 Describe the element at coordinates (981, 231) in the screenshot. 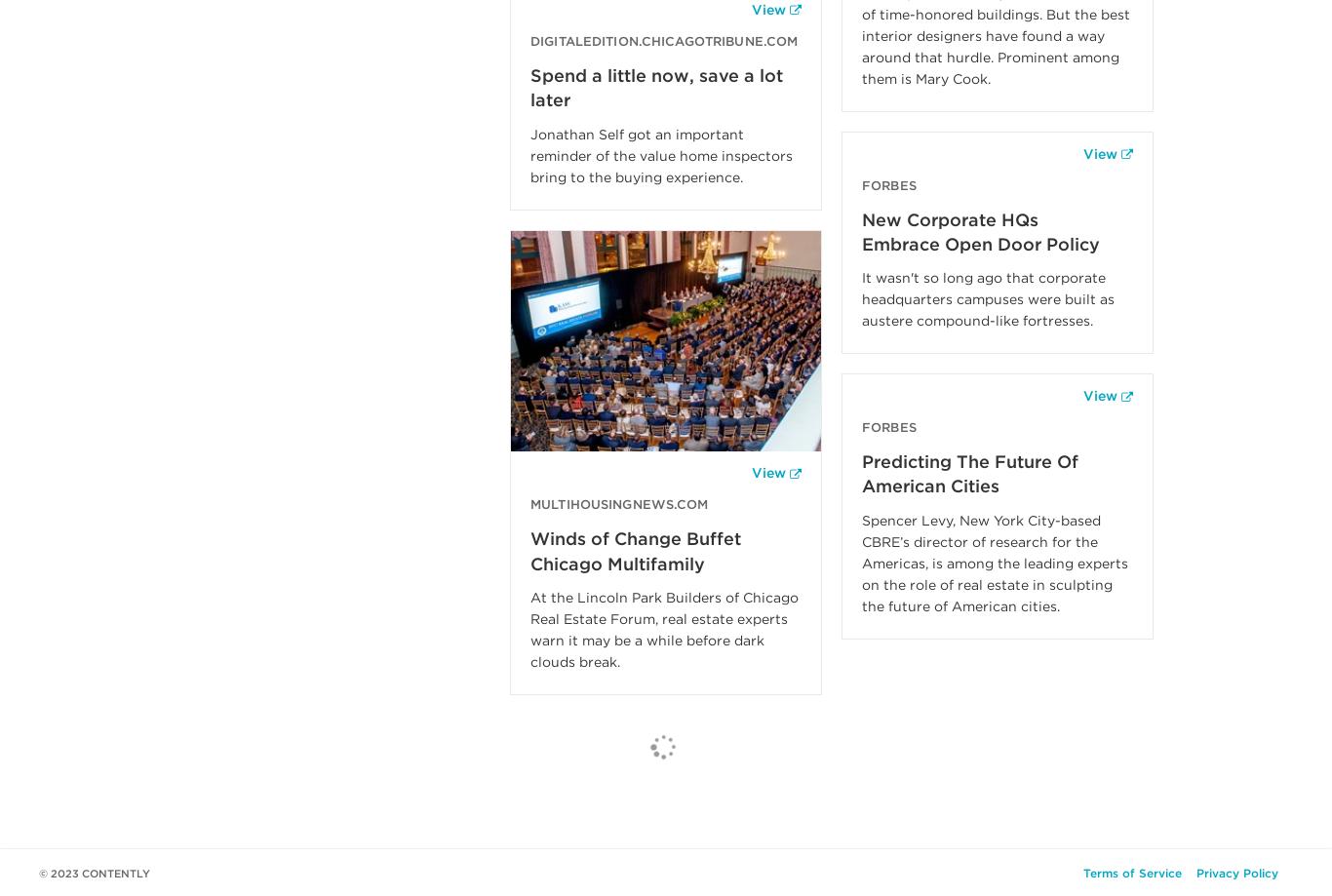

I see `'New Corporate HQs Embrace Open Door Policy'` at that location.